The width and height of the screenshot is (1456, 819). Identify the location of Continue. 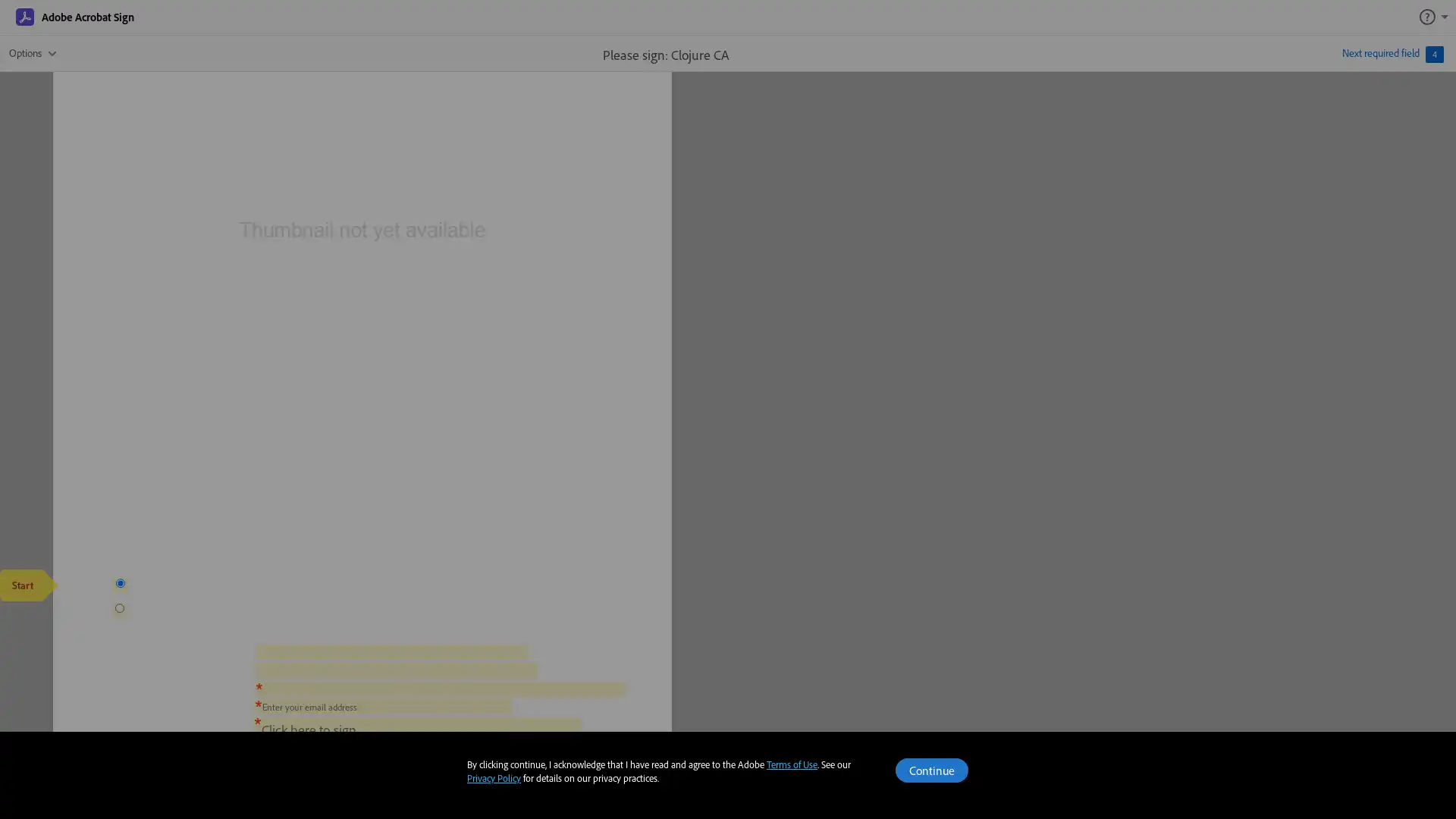
(930, 769).